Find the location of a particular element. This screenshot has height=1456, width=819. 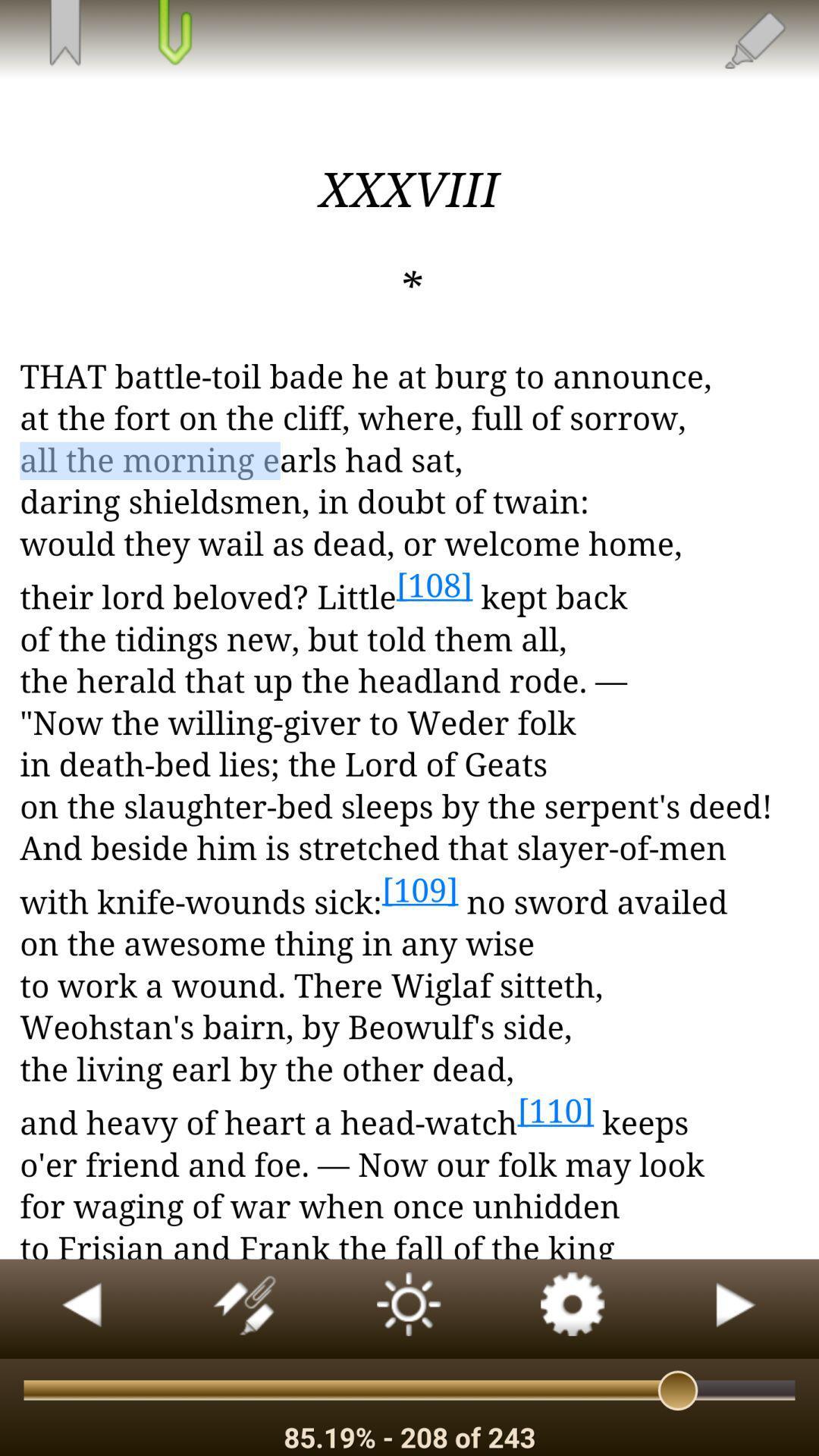

file option is located at coordinates (172, 34).